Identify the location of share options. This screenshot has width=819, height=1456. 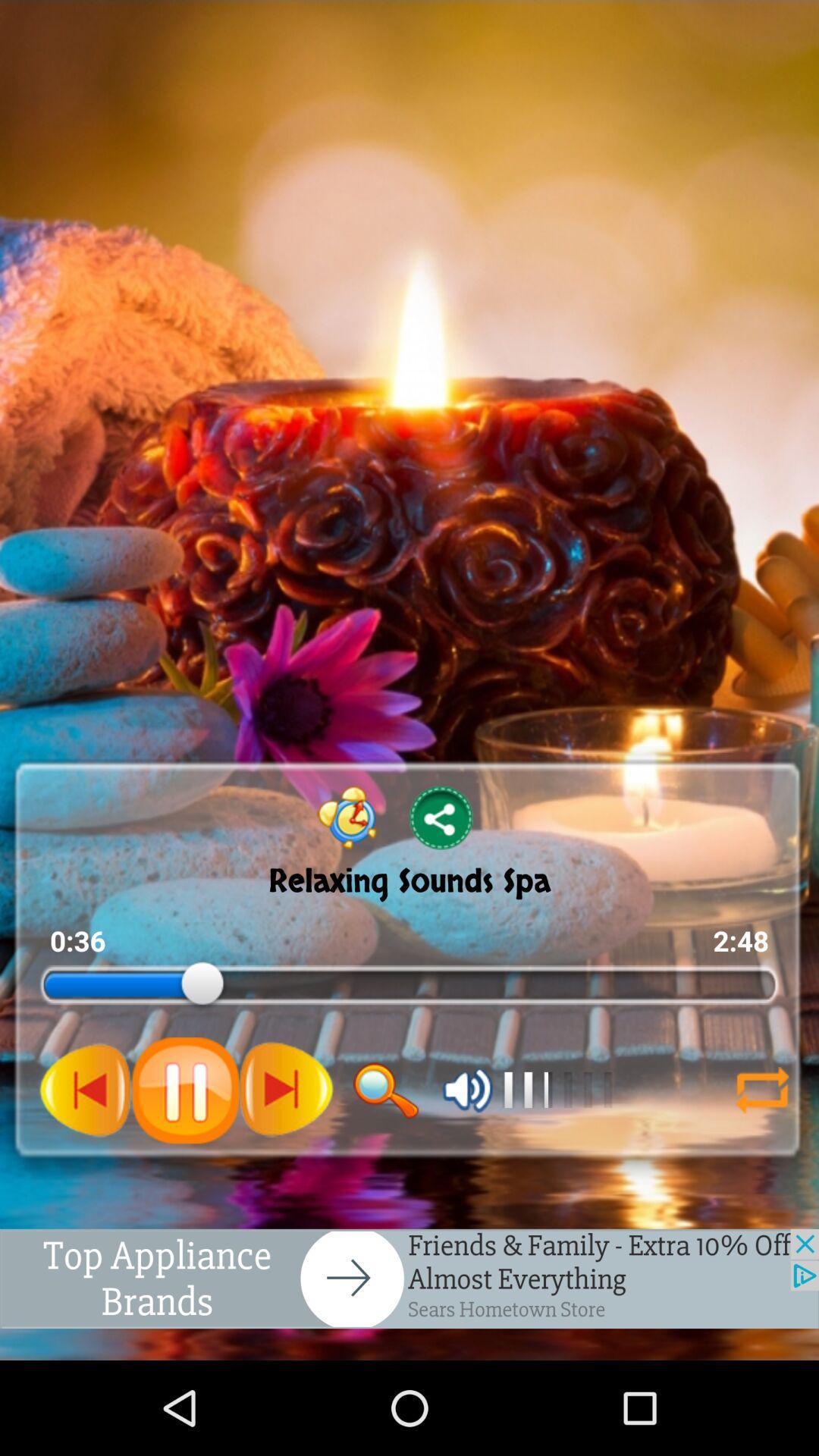
(441, 817).